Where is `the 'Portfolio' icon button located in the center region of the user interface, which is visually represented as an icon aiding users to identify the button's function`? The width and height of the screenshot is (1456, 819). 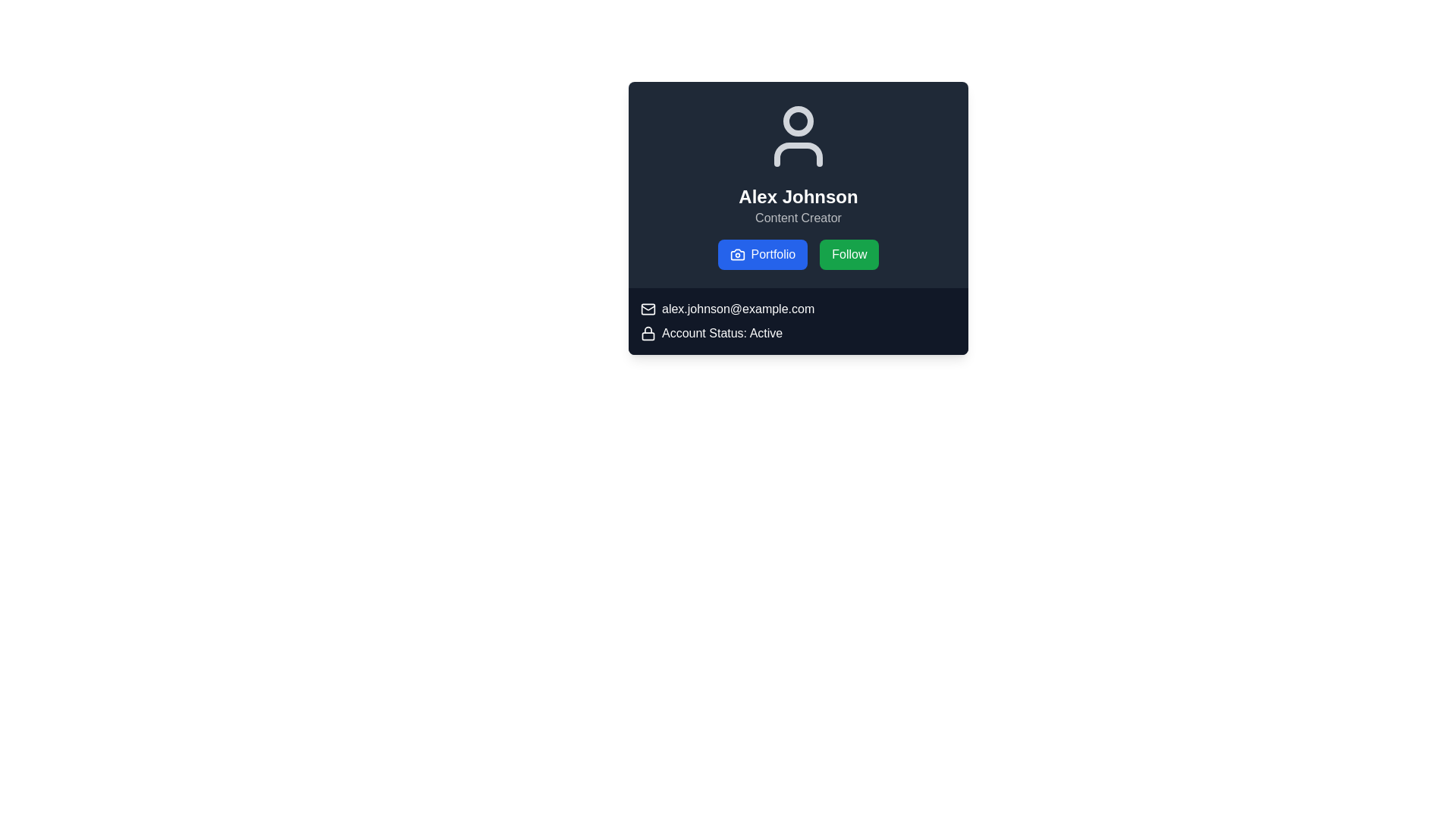
the 'Portfolio' icon button located in the center region of the user interface, which is visually represented as an icon aiding users to identify the button's function is located at coordinates (737, 253).